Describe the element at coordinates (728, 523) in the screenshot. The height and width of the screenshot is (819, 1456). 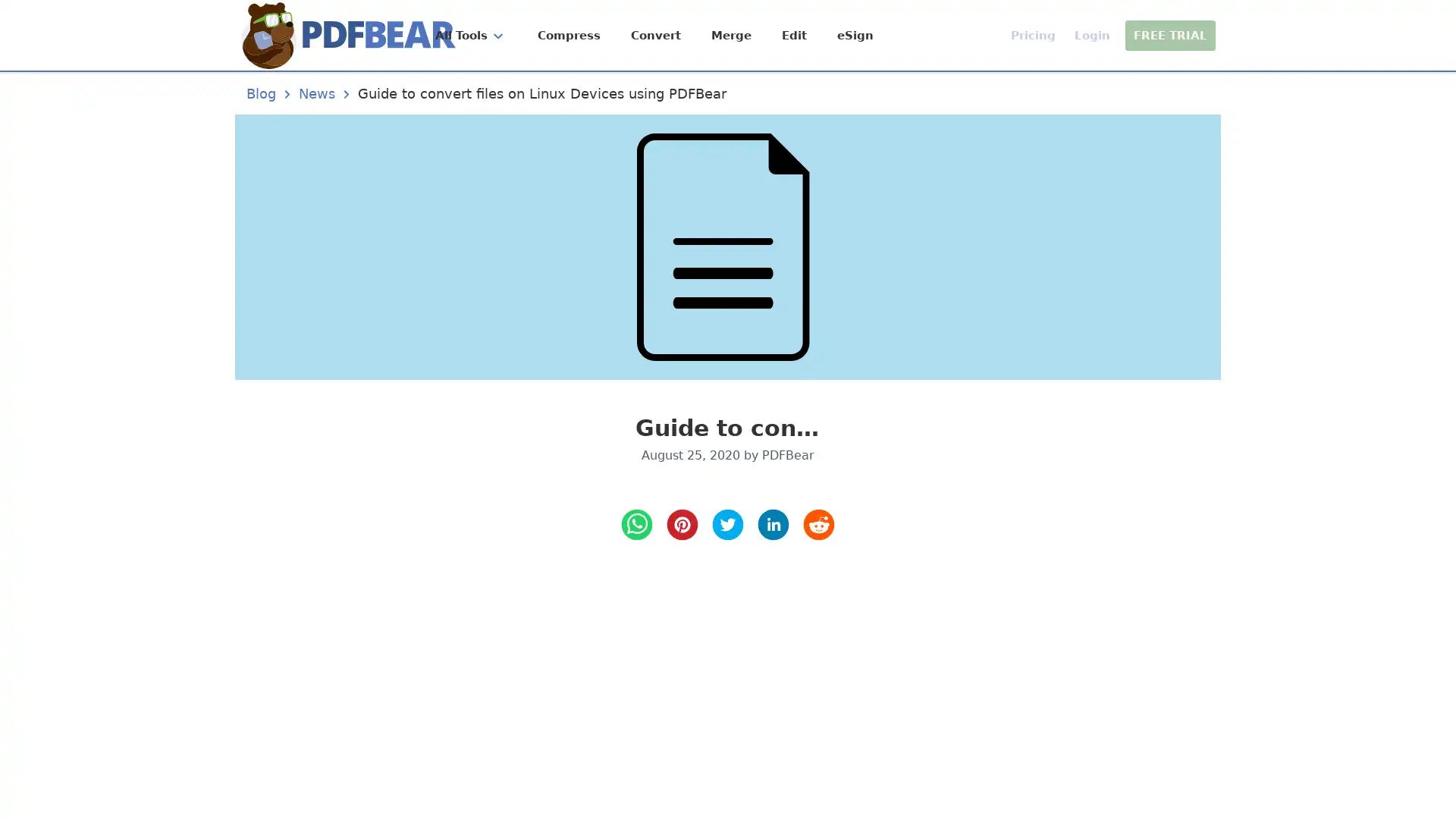
I see `twitter` at that location.